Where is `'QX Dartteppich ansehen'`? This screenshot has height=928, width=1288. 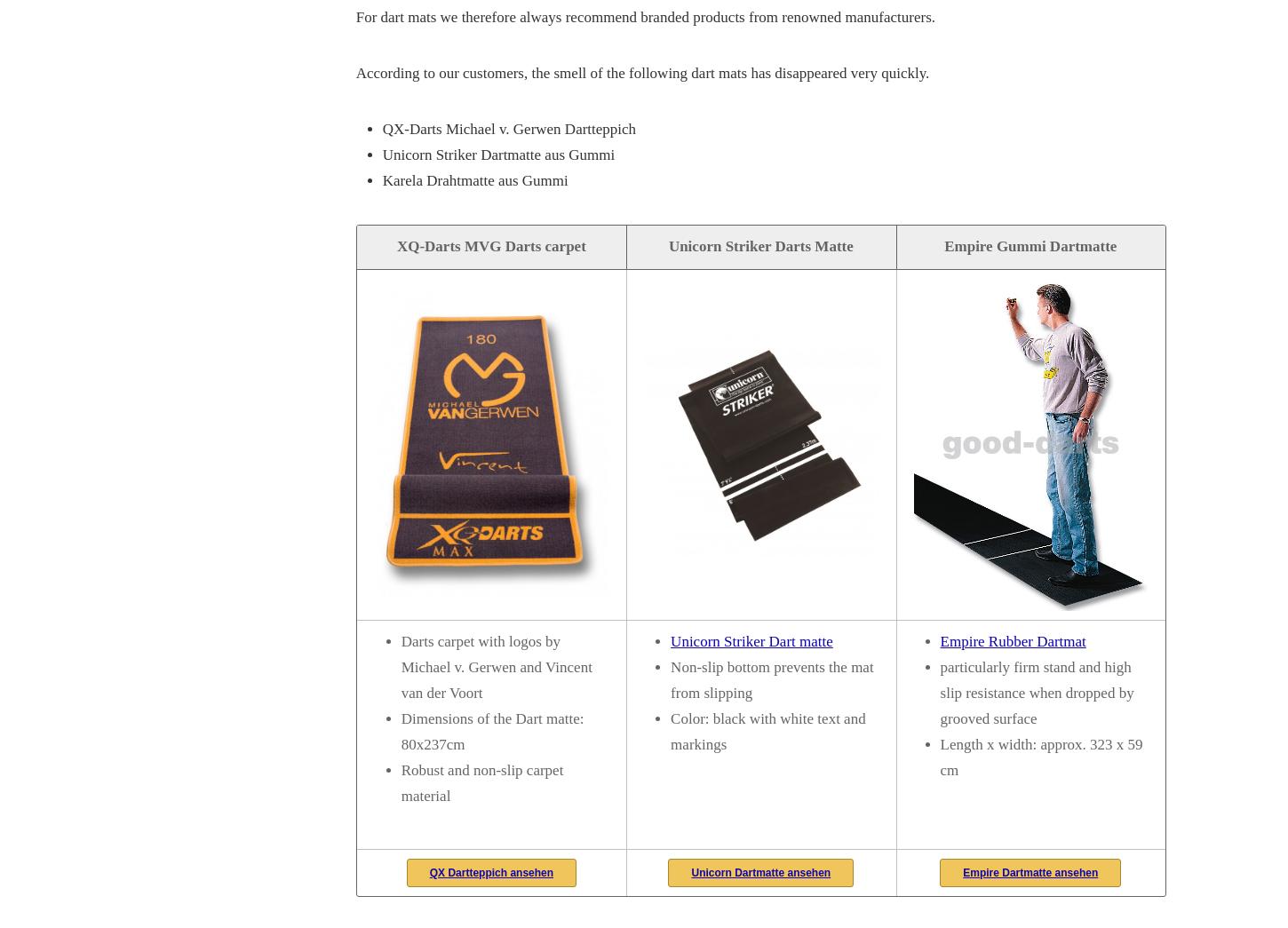
'QX Dartteppich ansehen' is located at coordinates (427, 870).